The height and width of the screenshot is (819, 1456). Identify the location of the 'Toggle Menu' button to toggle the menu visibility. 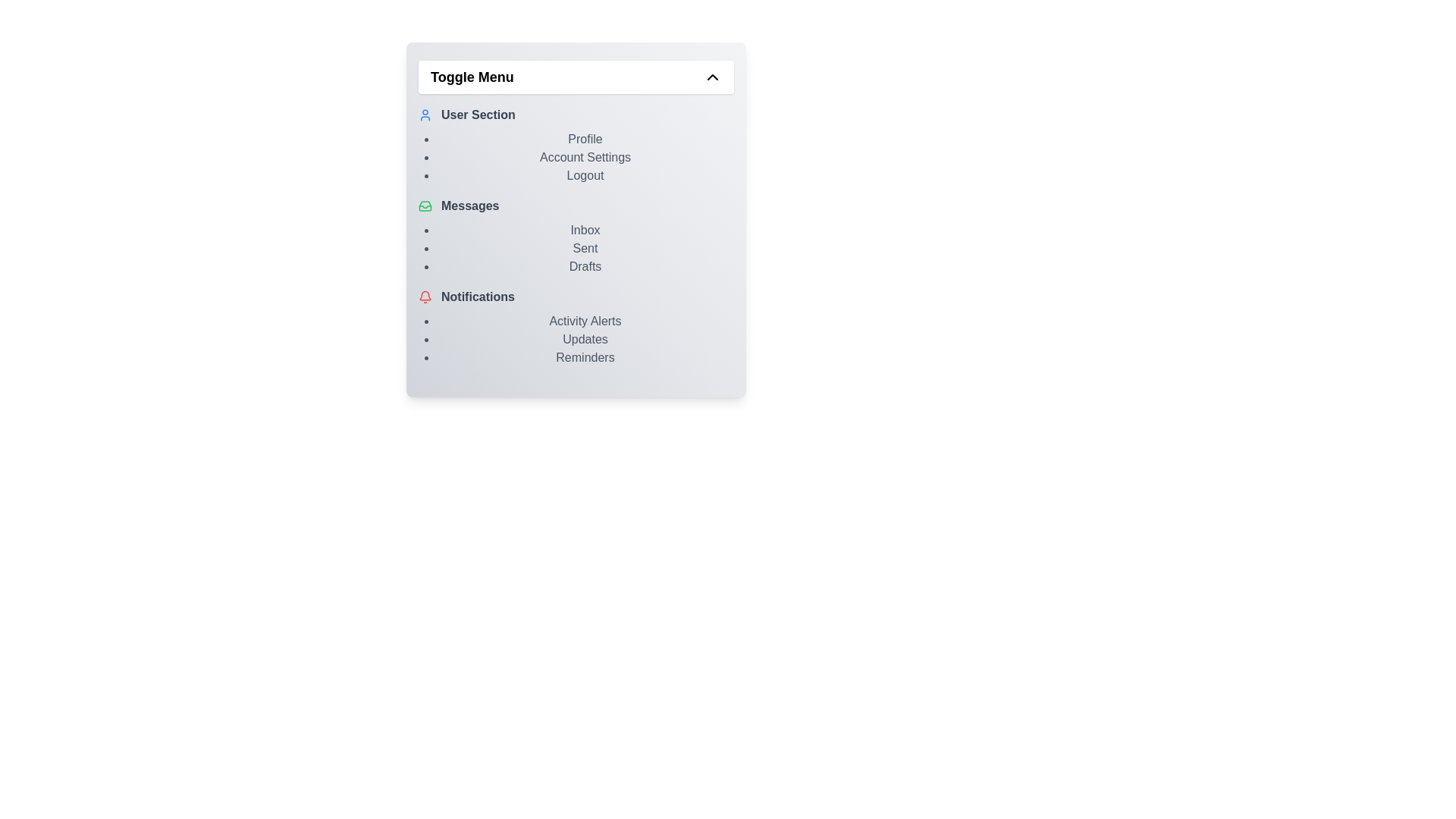
(575, 77).